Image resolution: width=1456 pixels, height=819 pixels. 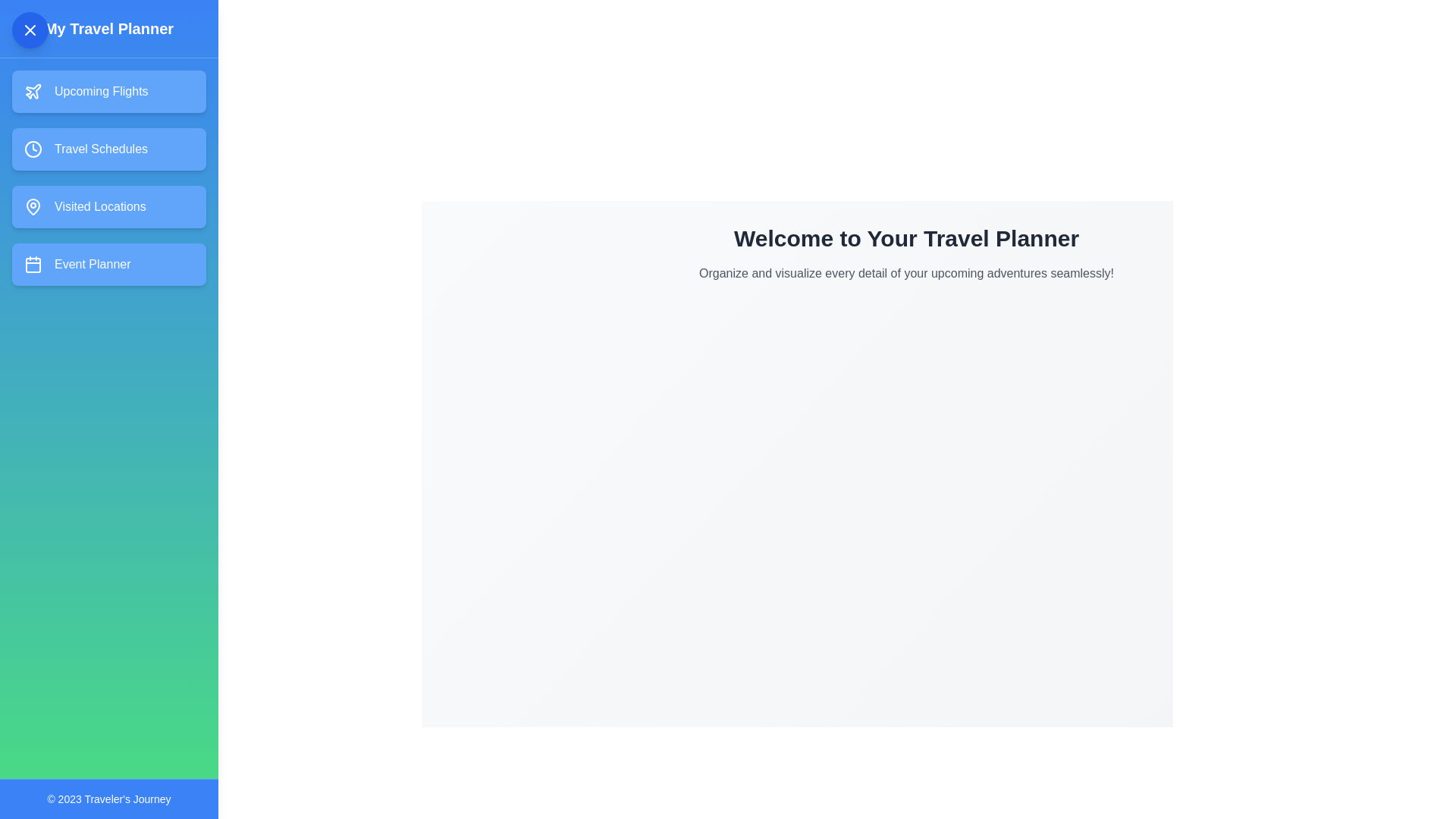 What do you see at coordinates (30, 30) in the screenshot?
I see `the diagonal cross mark icon located at the center of the top-left menu icon` at bounding box center [30, 30].